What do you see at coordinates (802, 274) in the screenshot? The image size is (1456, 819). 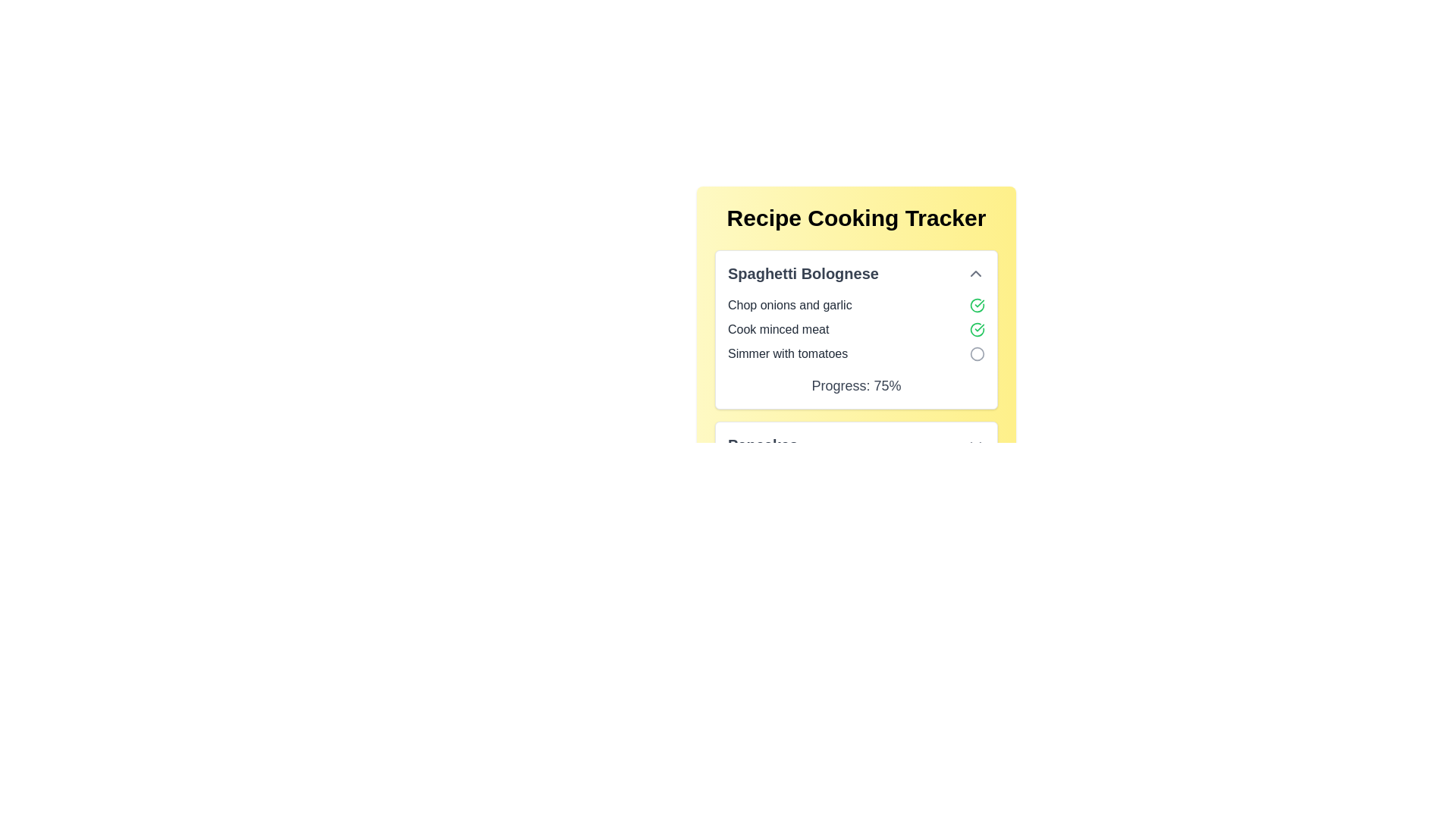 I see `the 'Spaghetti Bolognese' text label, which is styled in bold and dark gray, indicating it is the main title within the 'Recipe Cooking Tracker' card interface` at bounding box center [802, 274].